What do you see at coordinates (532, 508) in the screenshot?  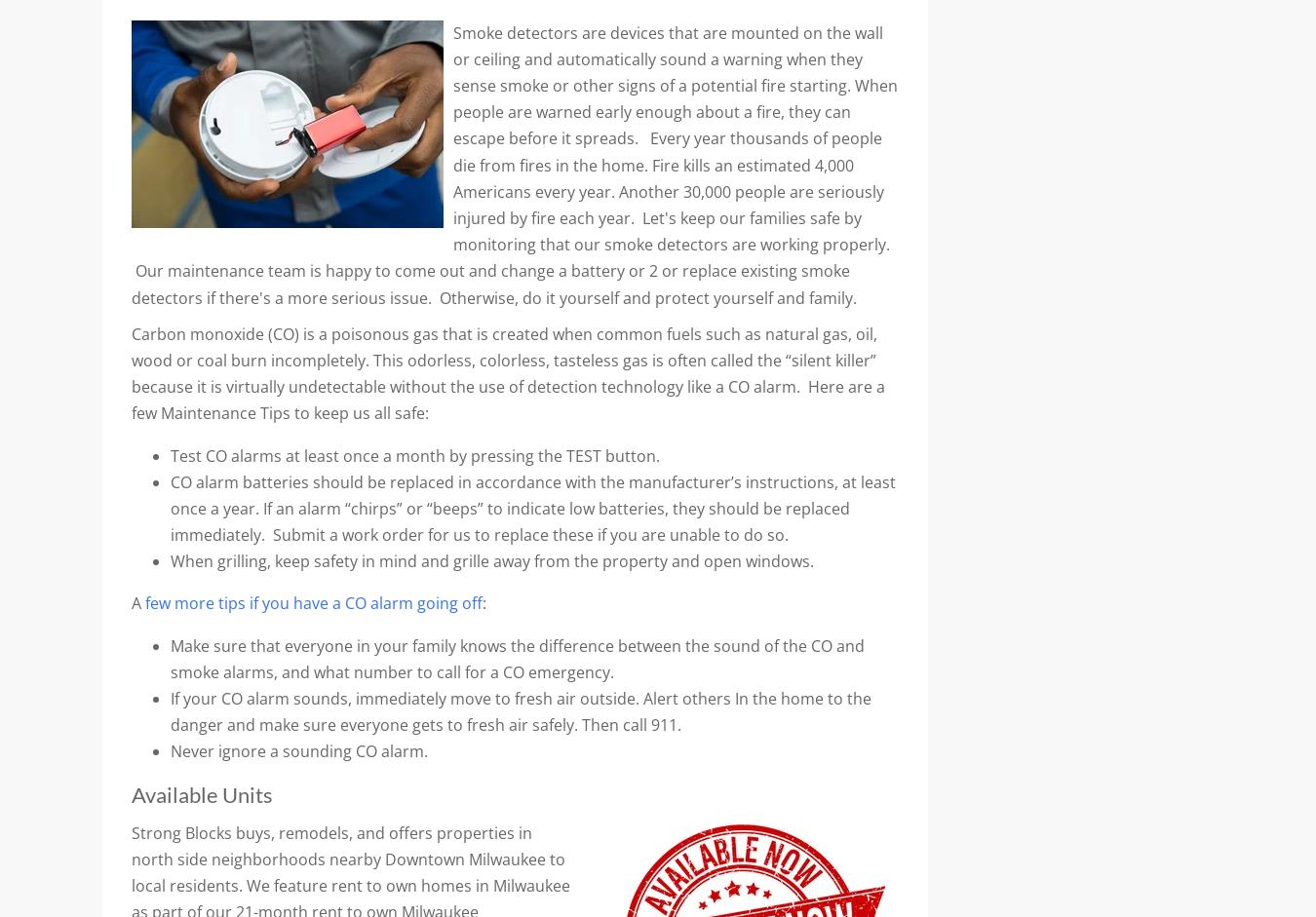 I see `'CO alarm batteries should be replaced in accordance with the manufacturer’s instructions, at least once a year. If an alarm “chirps” or “beeps” to indicate low batteries, they should be replaced immediately.  Submit a work order for us to replace these if you are unable to do so.'` at bounding box center [532, 508].